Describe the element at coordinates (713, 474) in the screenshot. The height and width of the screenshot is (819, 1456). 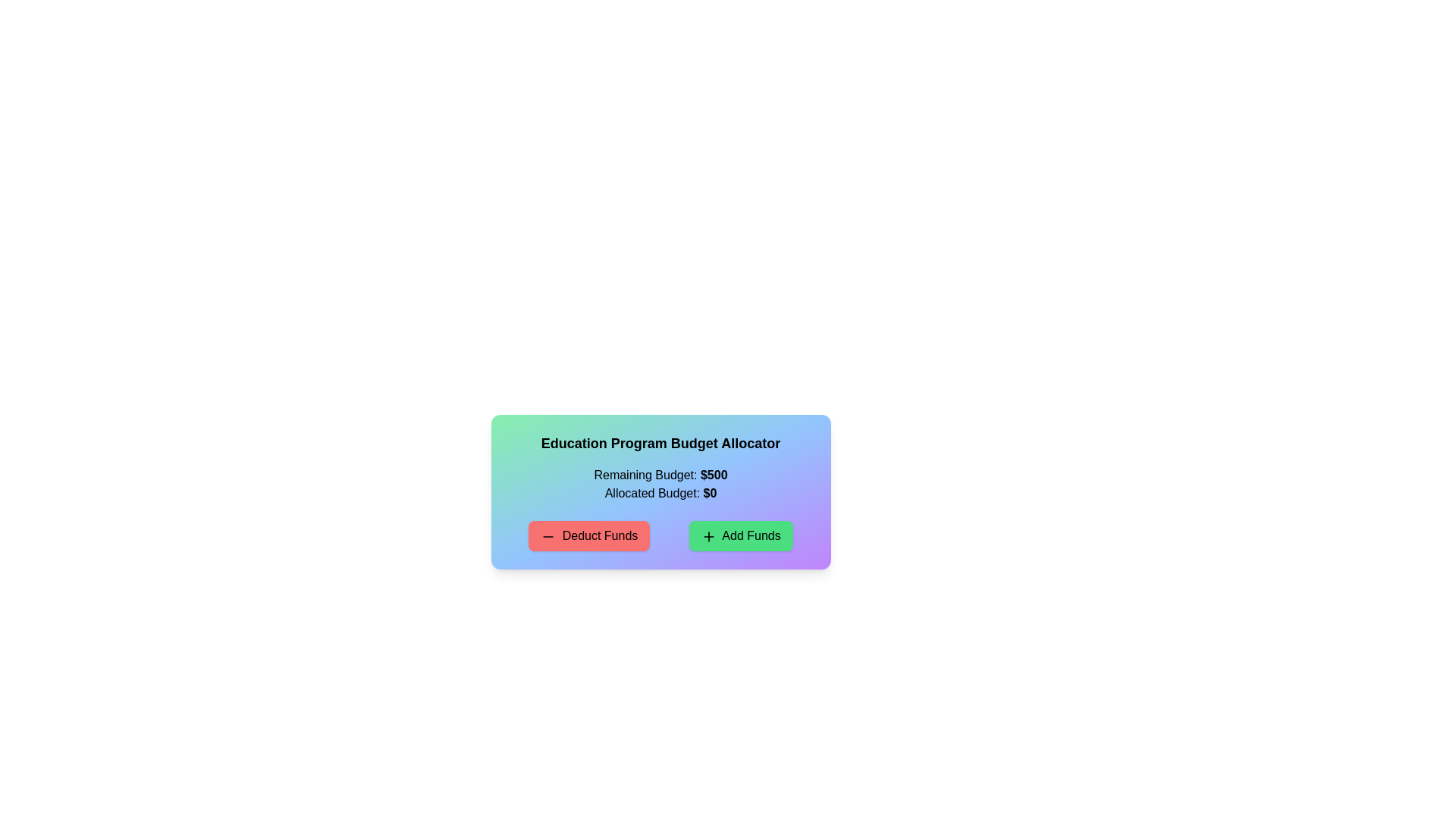
I see `the bolded text label displaying the amount '$500' which is located to the right of the 'Remaining Budget:' label in the middle of the layout` at that location.